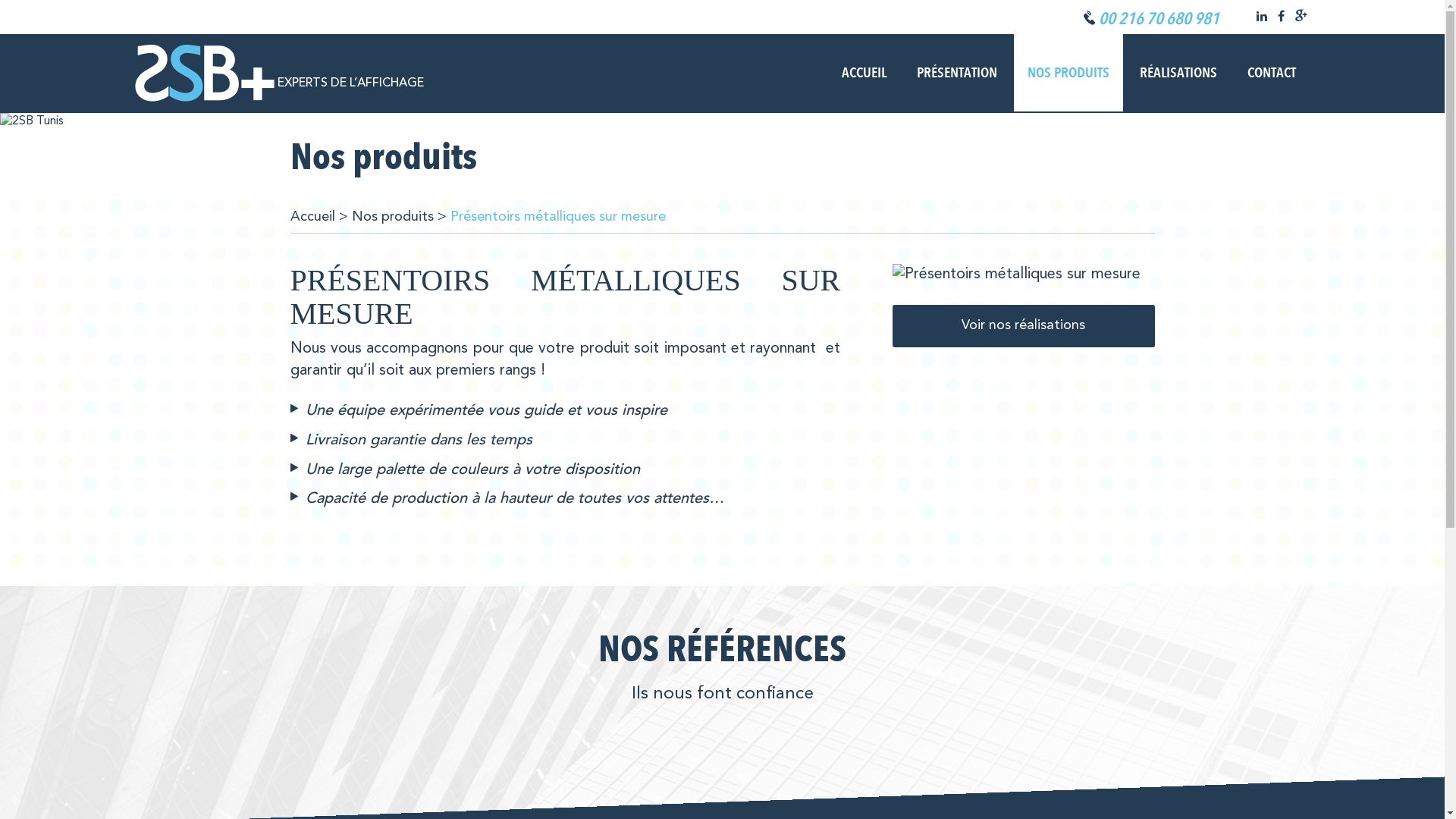 The image size is (1456, 819). I want to click on 'linkedin', so click(1260, 17).